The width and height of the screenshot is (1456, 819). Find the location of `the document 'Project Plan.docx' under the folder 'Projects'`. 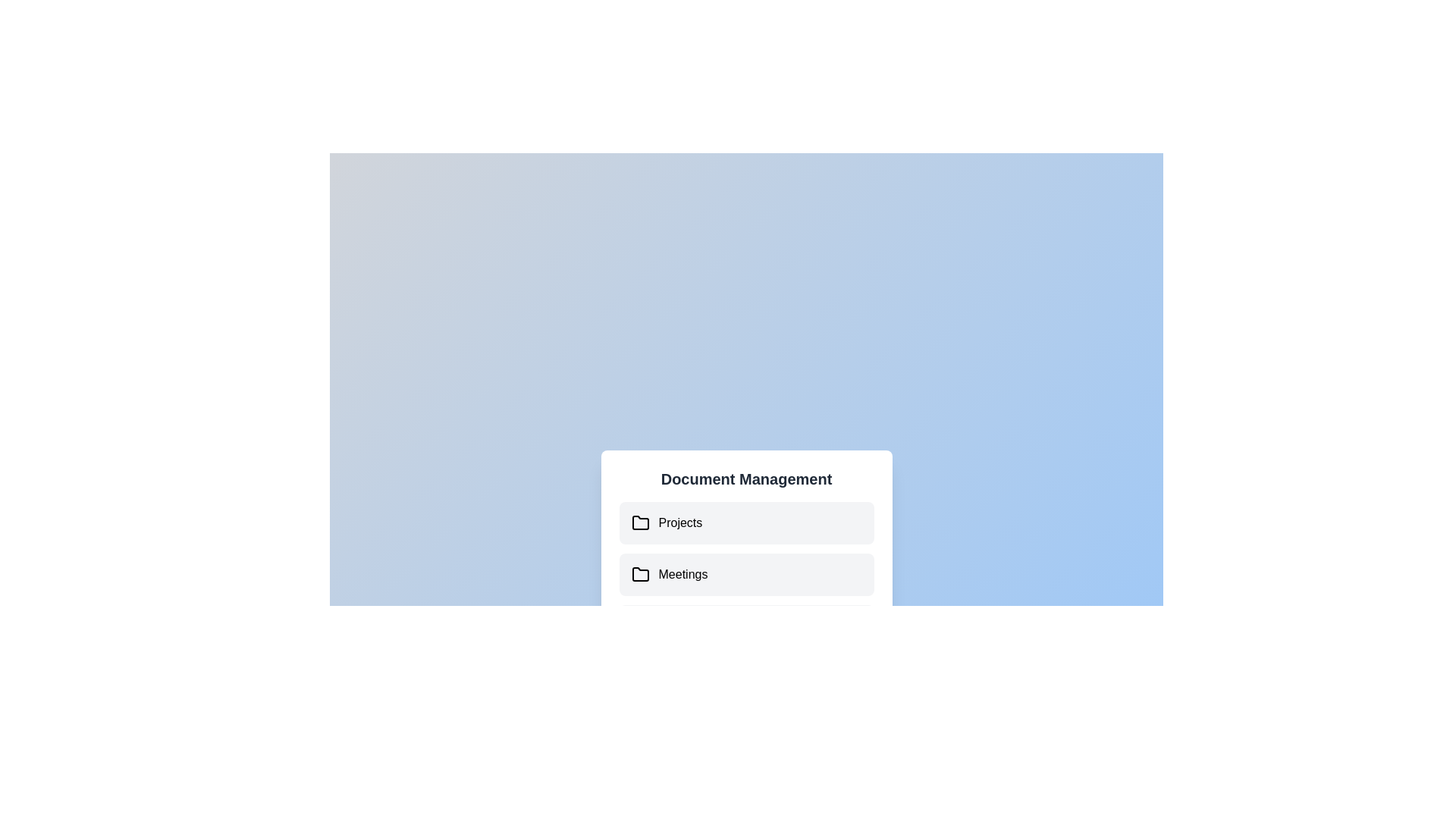

the document 'Project Plan.docx' under the folder 'Projects' is located at coordinates (746, 522).